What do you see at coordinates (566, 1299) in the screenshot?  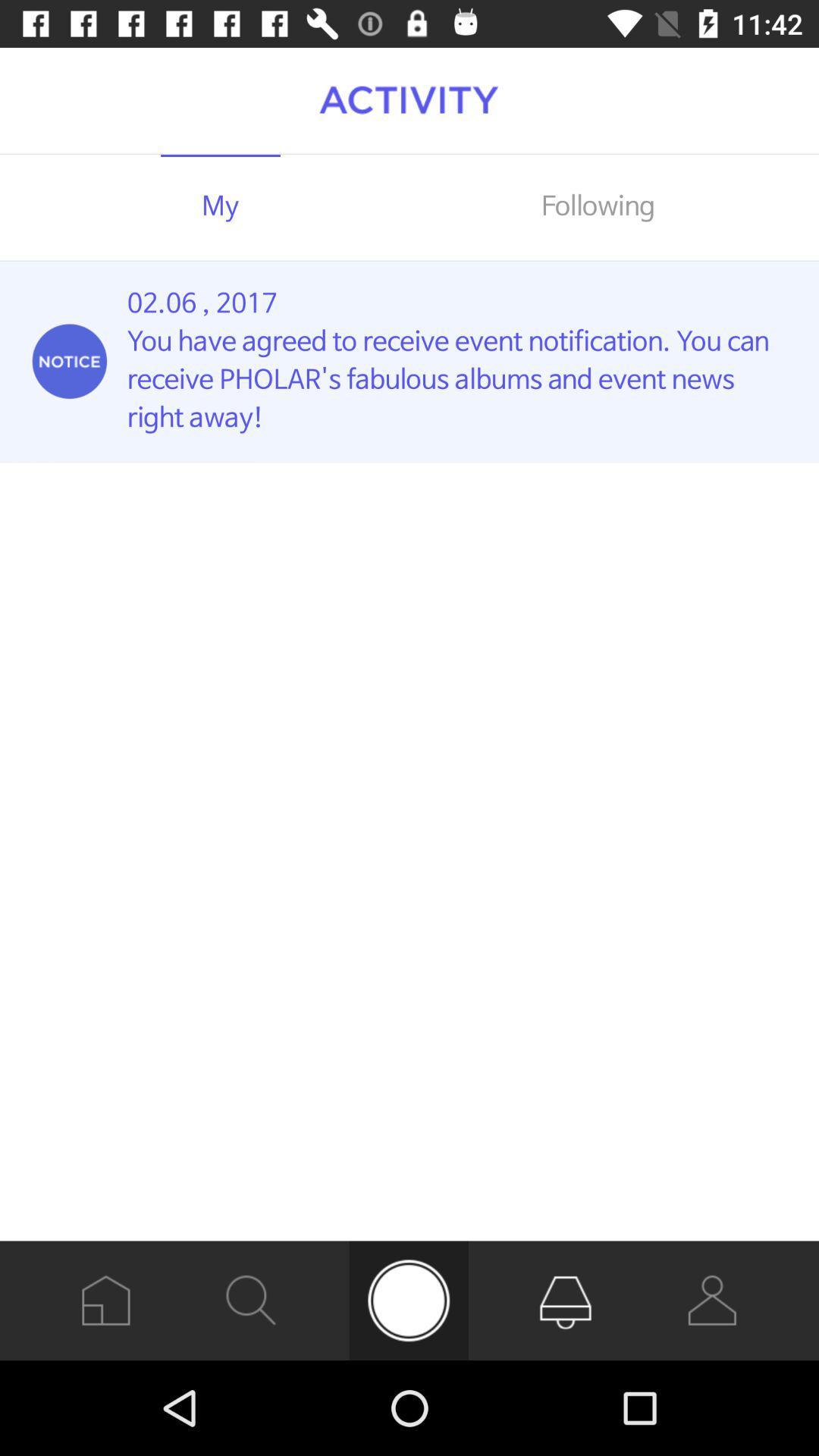 I see `the notifications icon` at bounding box center [566, 1299].